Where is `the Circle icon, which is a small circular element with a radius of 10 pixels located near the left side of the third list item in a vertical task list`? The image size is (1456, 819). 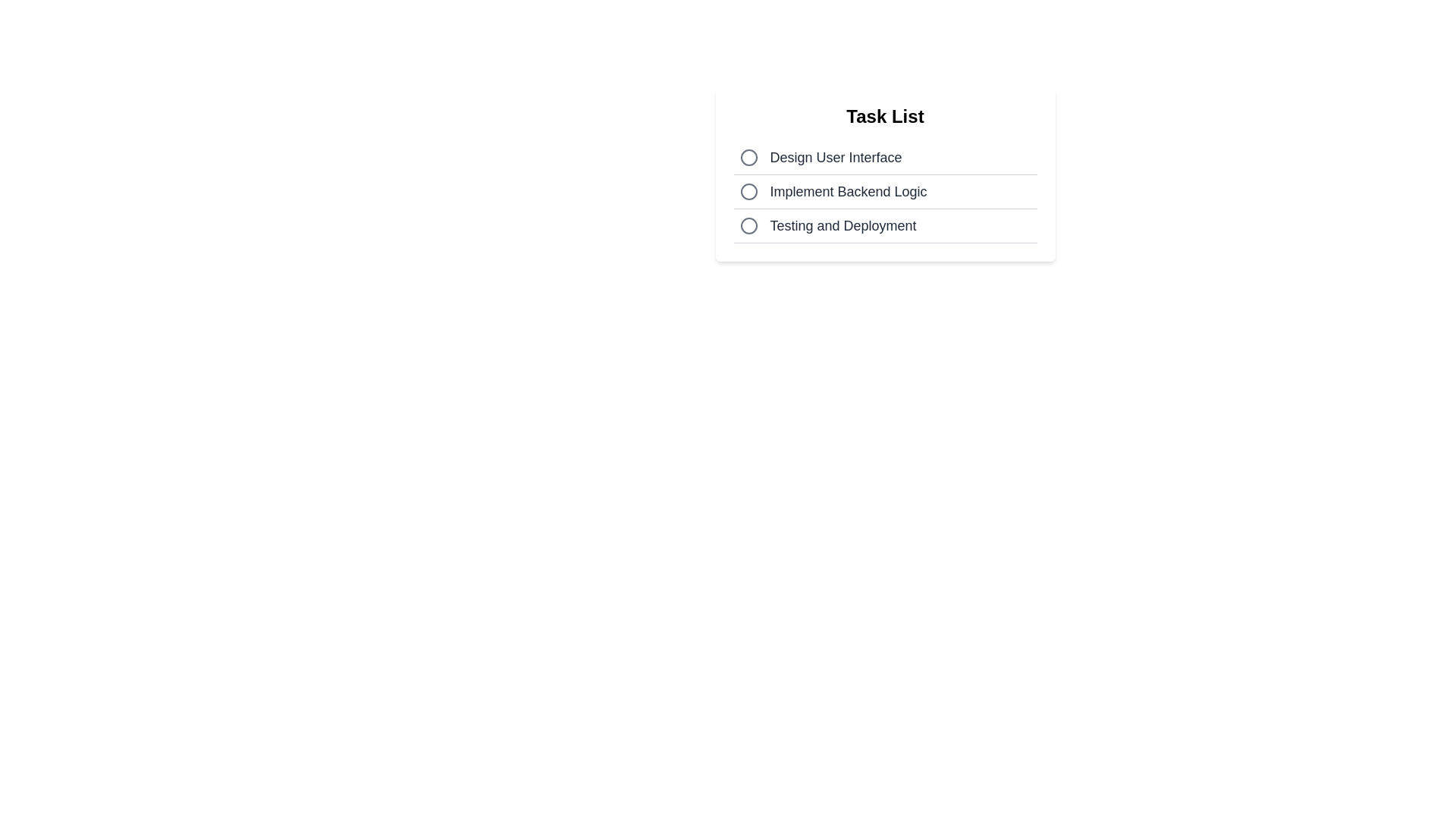 the Circle icon, which is a small circular element with a radius of 10 pixels located near the left side of the third list item in a vertical task list is located at coordinates (748, 225).